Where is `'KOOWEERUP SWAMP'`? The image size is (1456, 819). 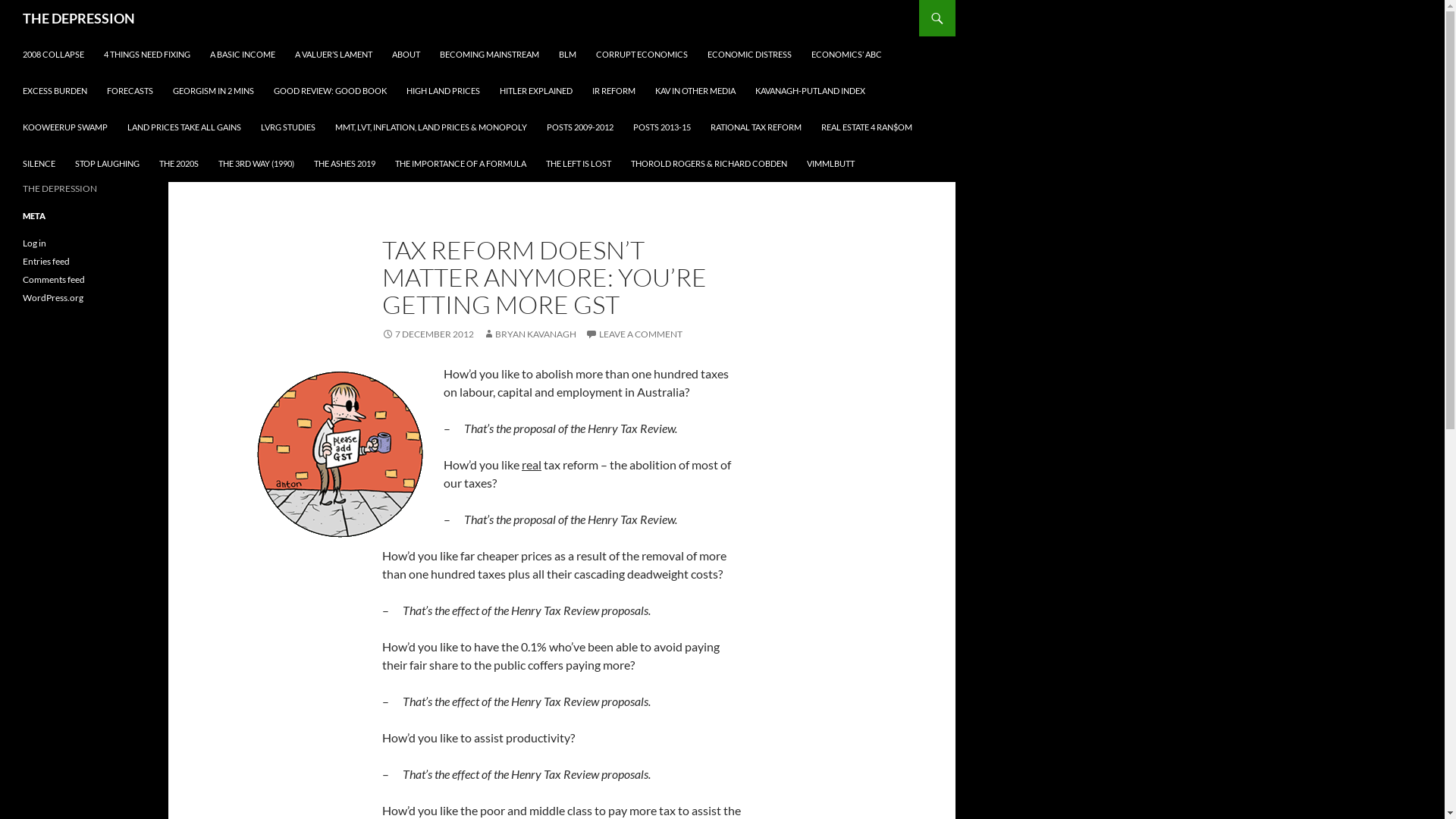
'KOOWEERUP SWAMP' is located at coordinates (64, 127).